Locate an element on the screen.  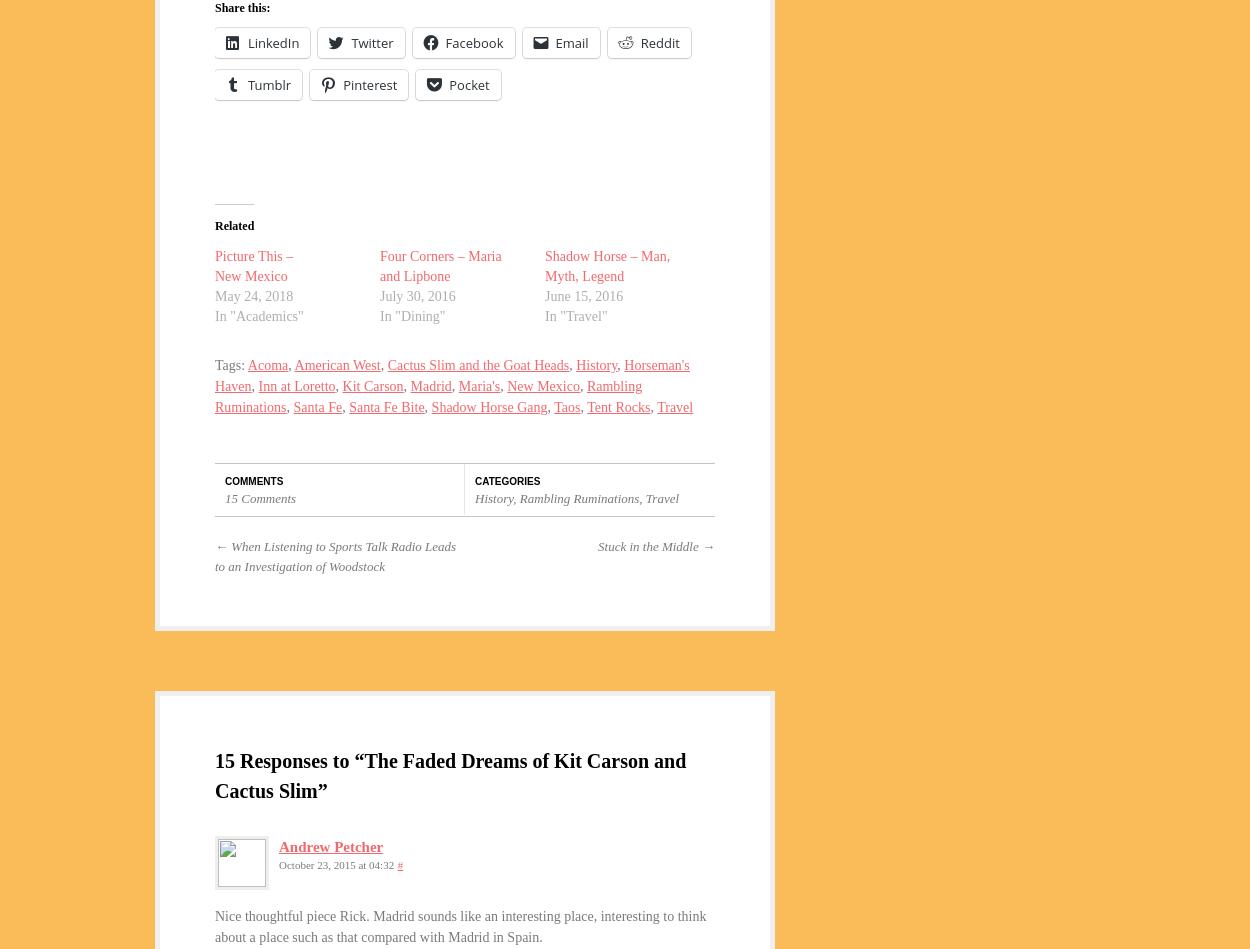
'15 Responses to “The Faded Dreams of Kit Carson and Cactus Slim”' is located at coordinates (449, 775).